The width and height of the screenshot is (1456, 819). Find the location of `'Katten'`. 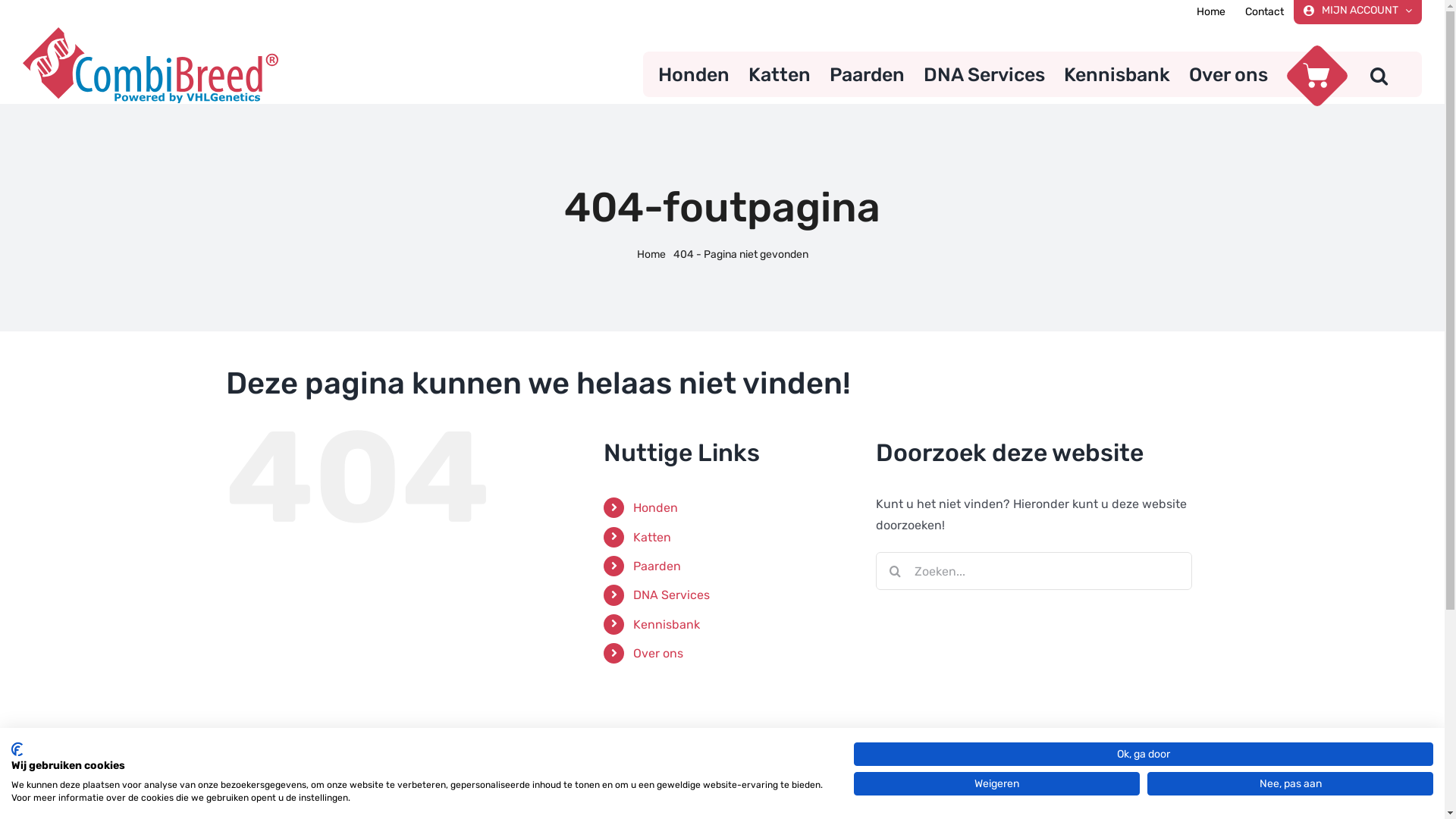

'Katten' is located at coordinates (651, 536).